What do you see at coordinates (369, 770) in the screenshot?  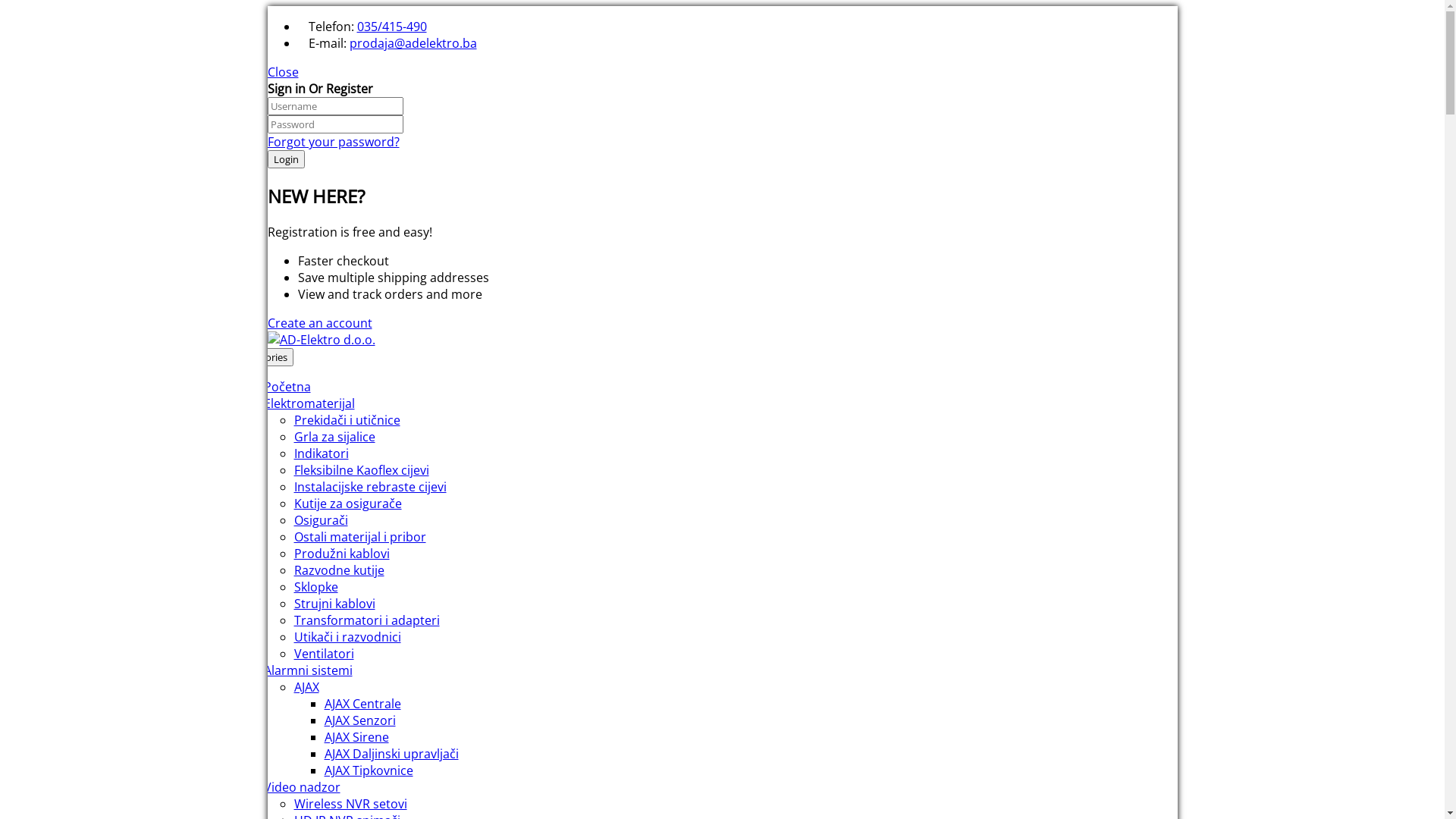 I see `'AJAX Tipkovnice'` at bounding box center [369, 770].